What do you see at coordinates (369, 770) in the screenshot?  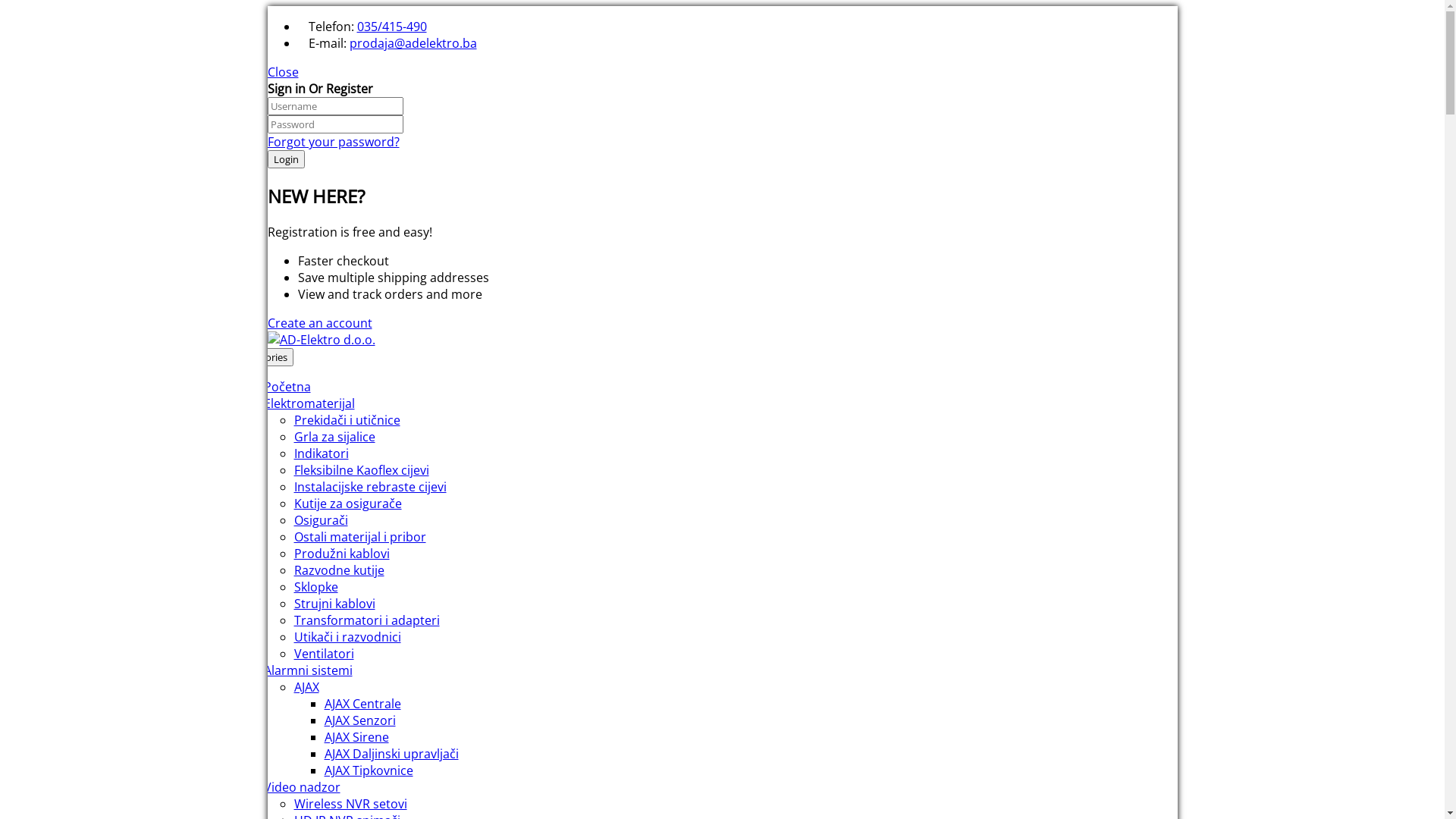 I see `'AJAX Tipkovnice'` at bounding box center [369, 770].